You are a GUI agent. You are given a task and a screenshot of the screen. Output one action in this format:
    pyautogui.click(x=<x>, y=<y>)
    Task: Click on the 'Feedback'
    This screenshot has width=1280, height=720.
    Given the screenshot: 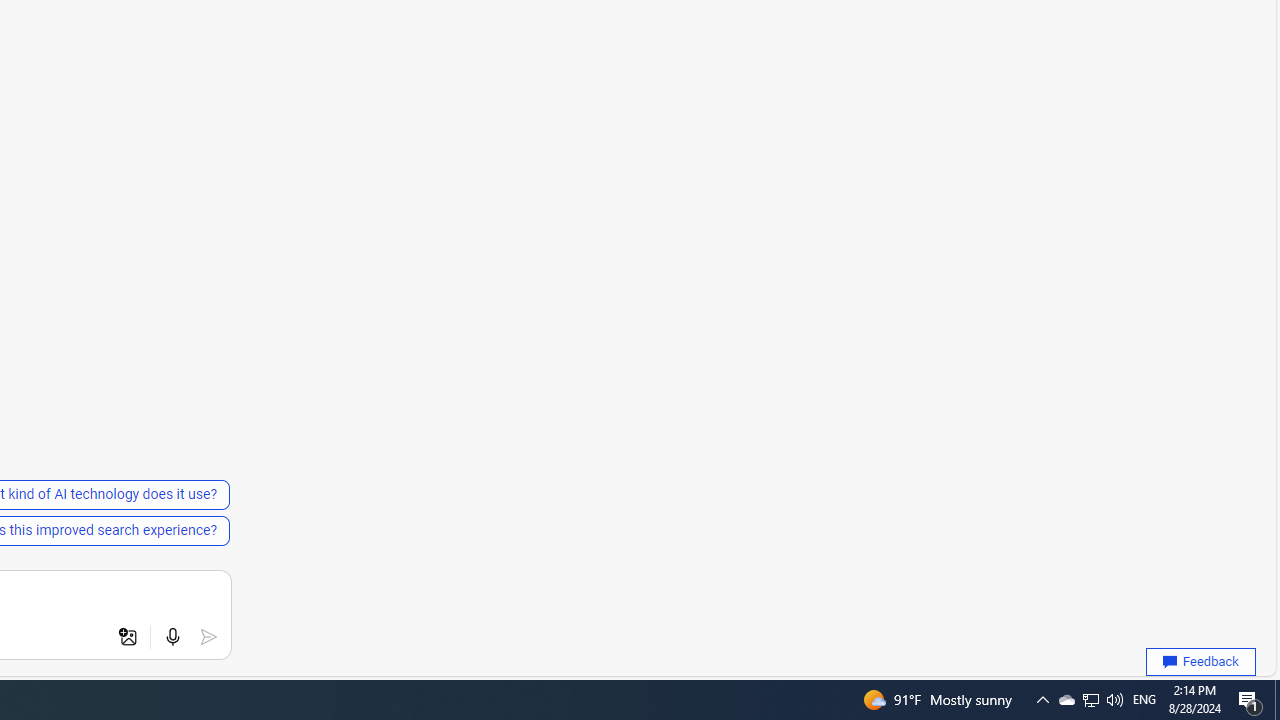 What is the action you would take?
    pyautogui.click(x=1200, y=662)
    